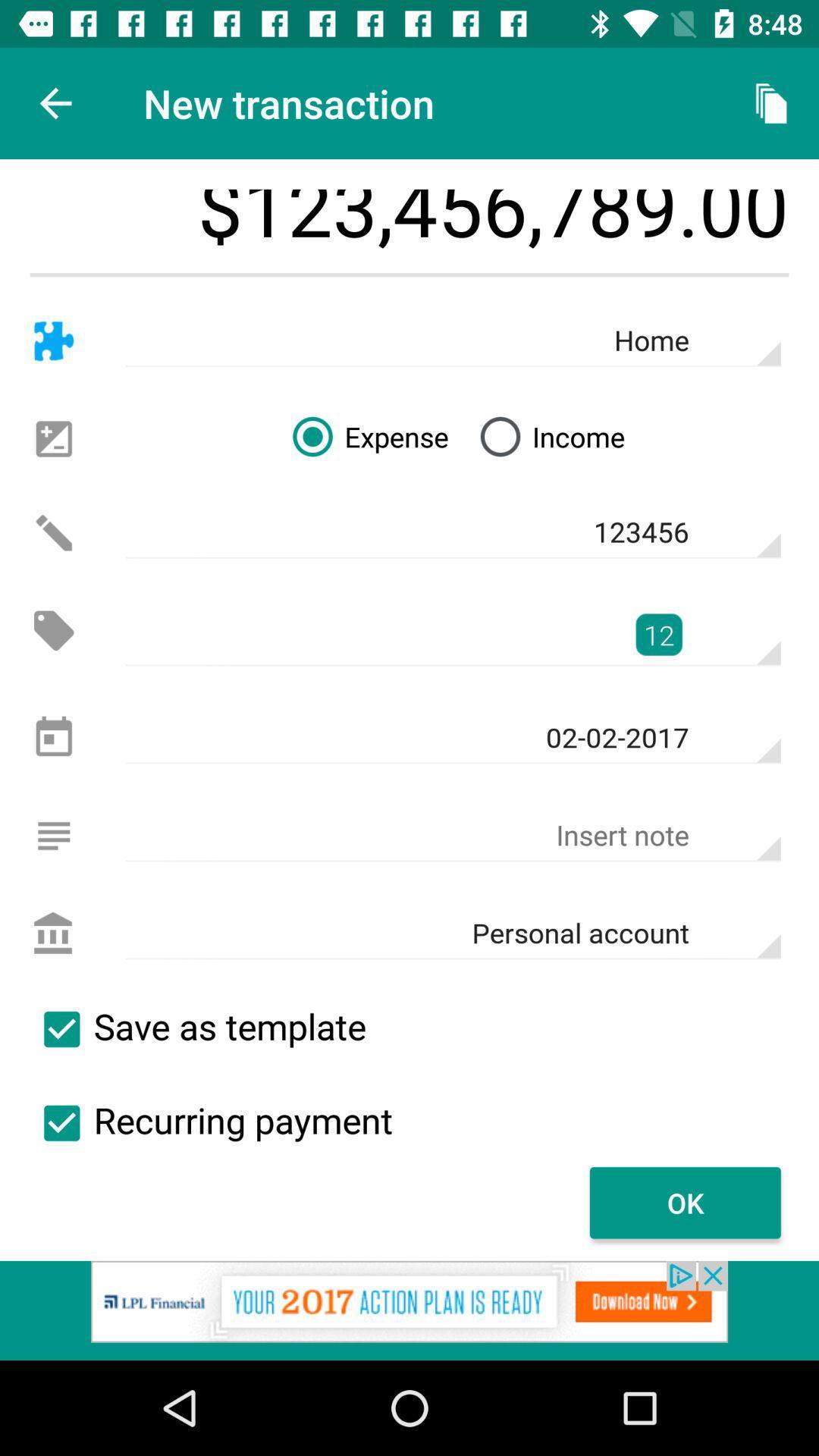 The height and width of the screenshot is (1456, 819). I want to click on edits, so click(53, 532).